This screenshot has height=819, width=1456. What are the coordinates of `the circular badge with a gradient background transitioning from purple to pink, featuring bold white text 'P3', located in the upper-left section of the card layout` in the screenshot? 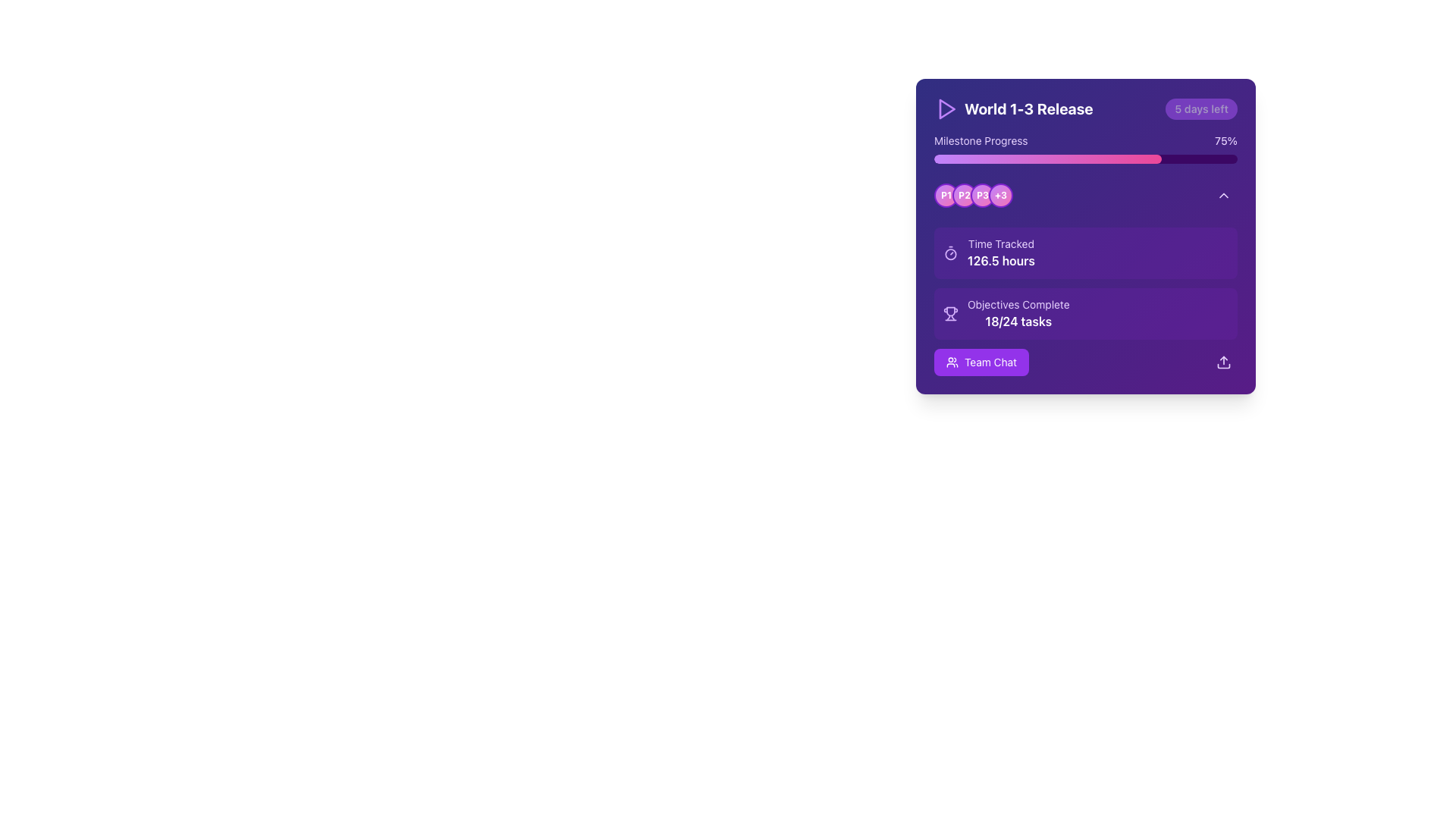 It's located at (983, 195).